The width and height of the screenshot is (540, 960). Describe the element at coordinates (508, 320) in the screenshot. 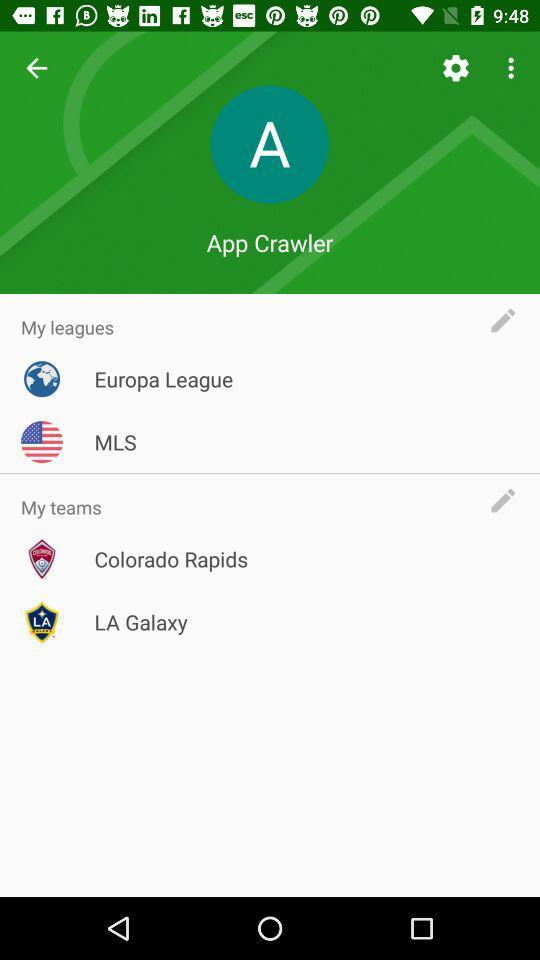

I see `text the app` at that location.